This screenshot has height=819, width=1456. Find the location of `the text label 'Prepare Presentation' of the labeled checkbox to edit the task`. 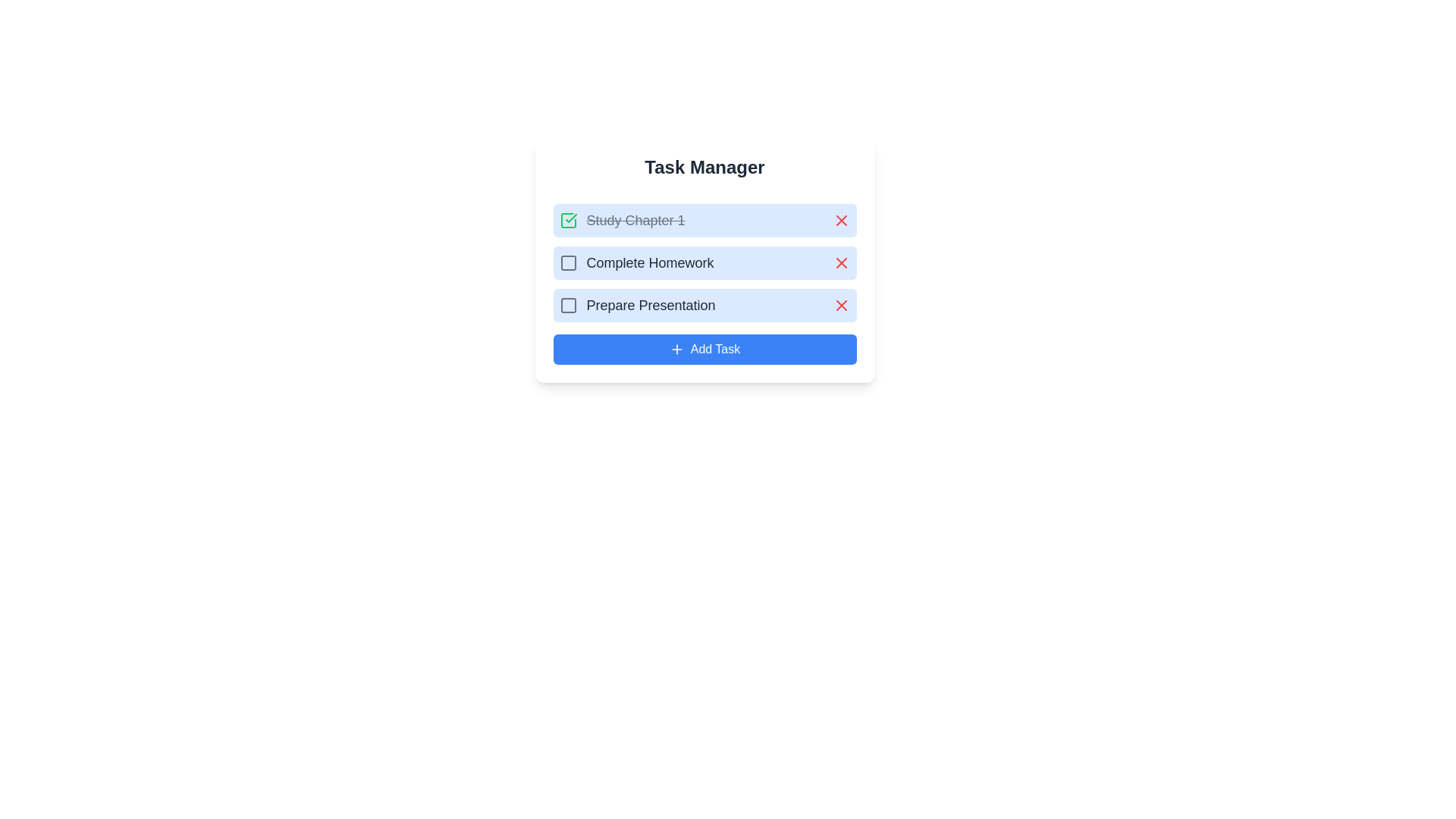

the text label 'Prepare Presentation' of the labeled checkbox to edit the task is located at coordinates (637, 305).